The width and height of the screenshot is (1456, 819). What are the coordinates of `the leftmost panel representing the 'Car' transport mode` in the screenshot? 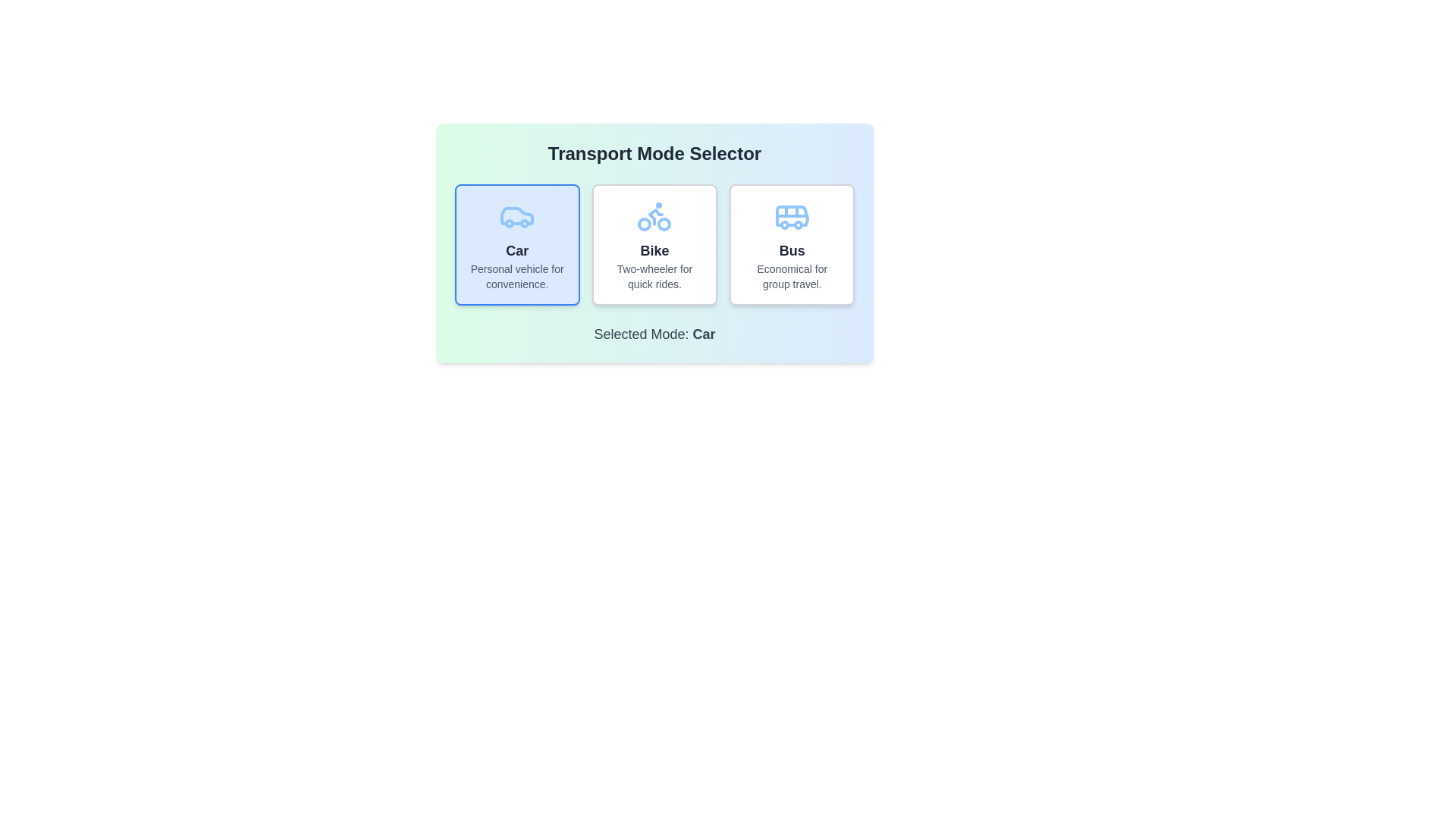 It's located at (517, 244).